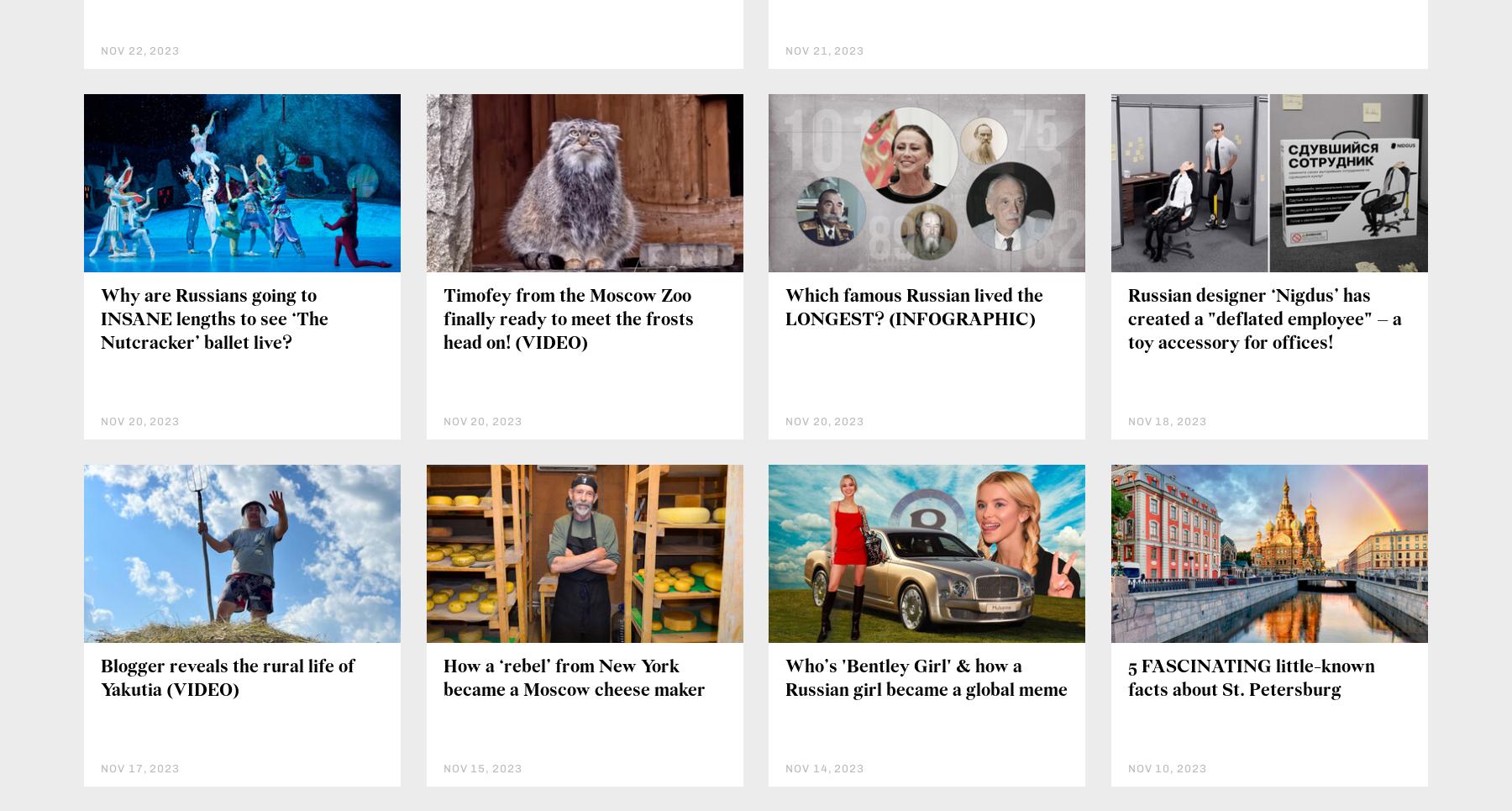  What do you see at coordinates (442, 766) in the screenshot?
I see `'Nov 15, 2023'` at bounding box center [442, 766].